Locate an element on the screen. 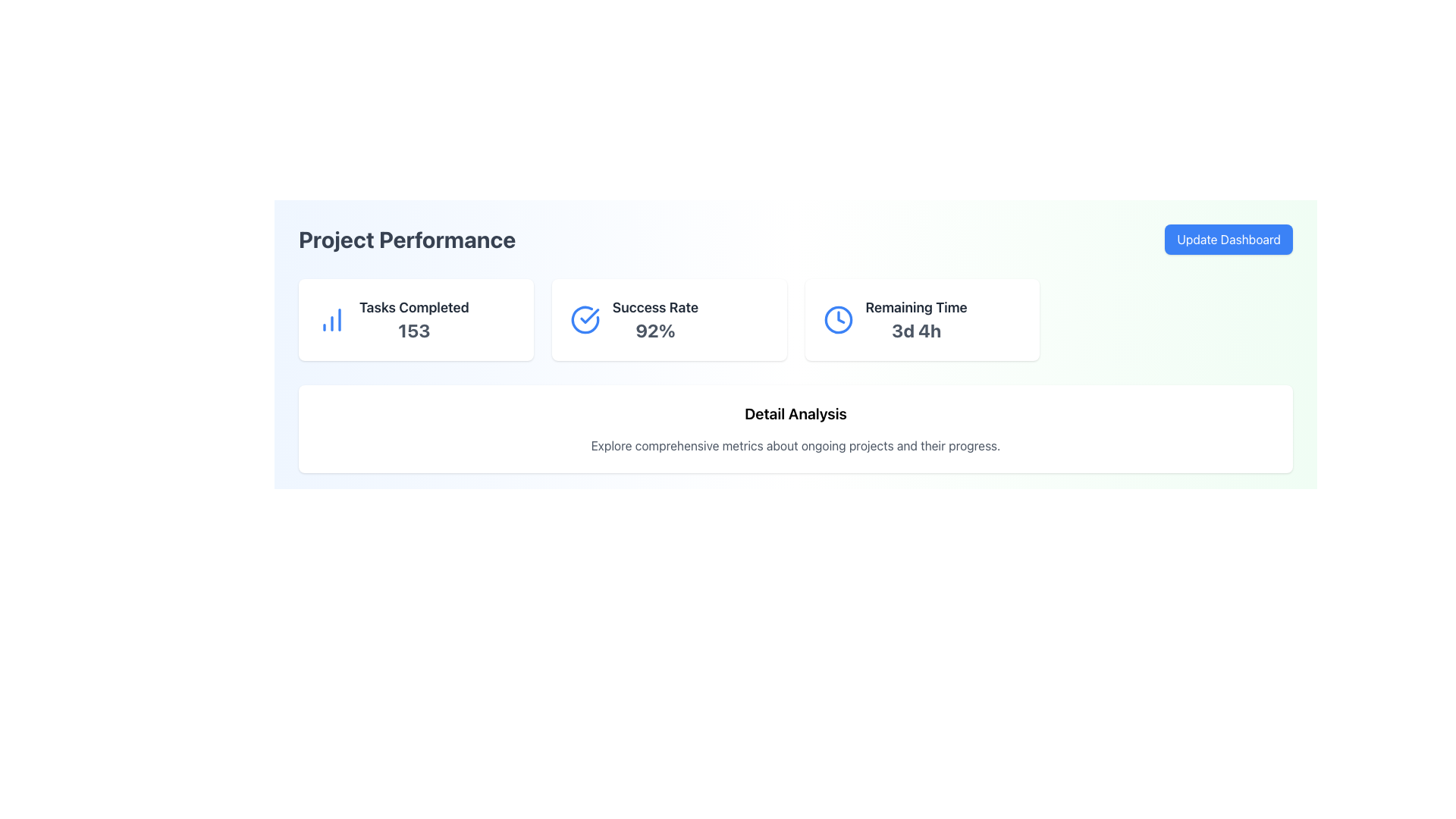 The height and width of the screenshot is (819, 1456). the Text Display element that shows the remaining time in days and hours for a task or event, located in the top-right corner of the card, next to the clock icon is located at coordinates (915, 318).